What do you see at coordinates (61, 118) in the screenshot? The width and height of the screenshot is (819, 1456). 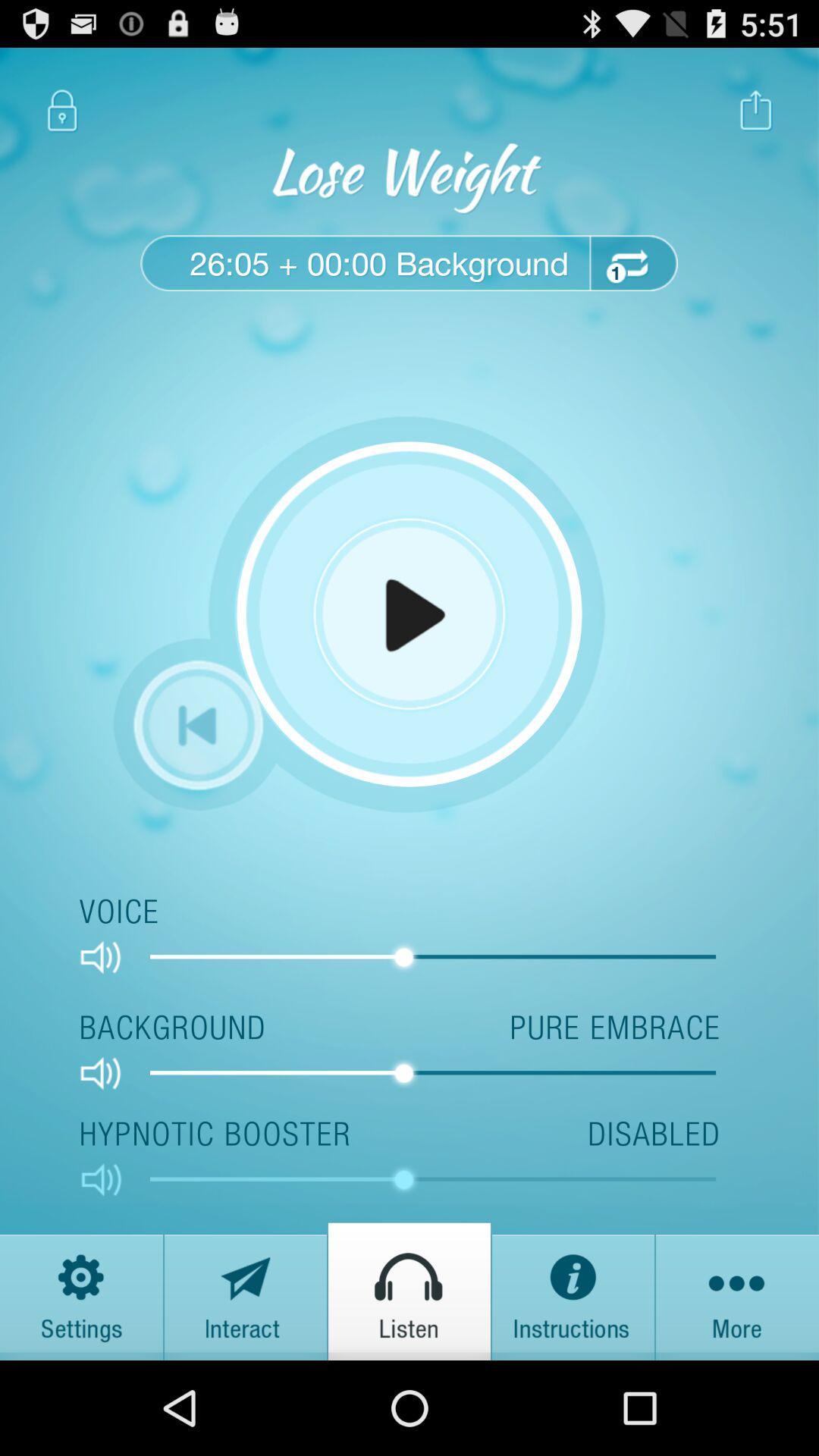 I see `the lock icon` at bounding box center [61, 118].